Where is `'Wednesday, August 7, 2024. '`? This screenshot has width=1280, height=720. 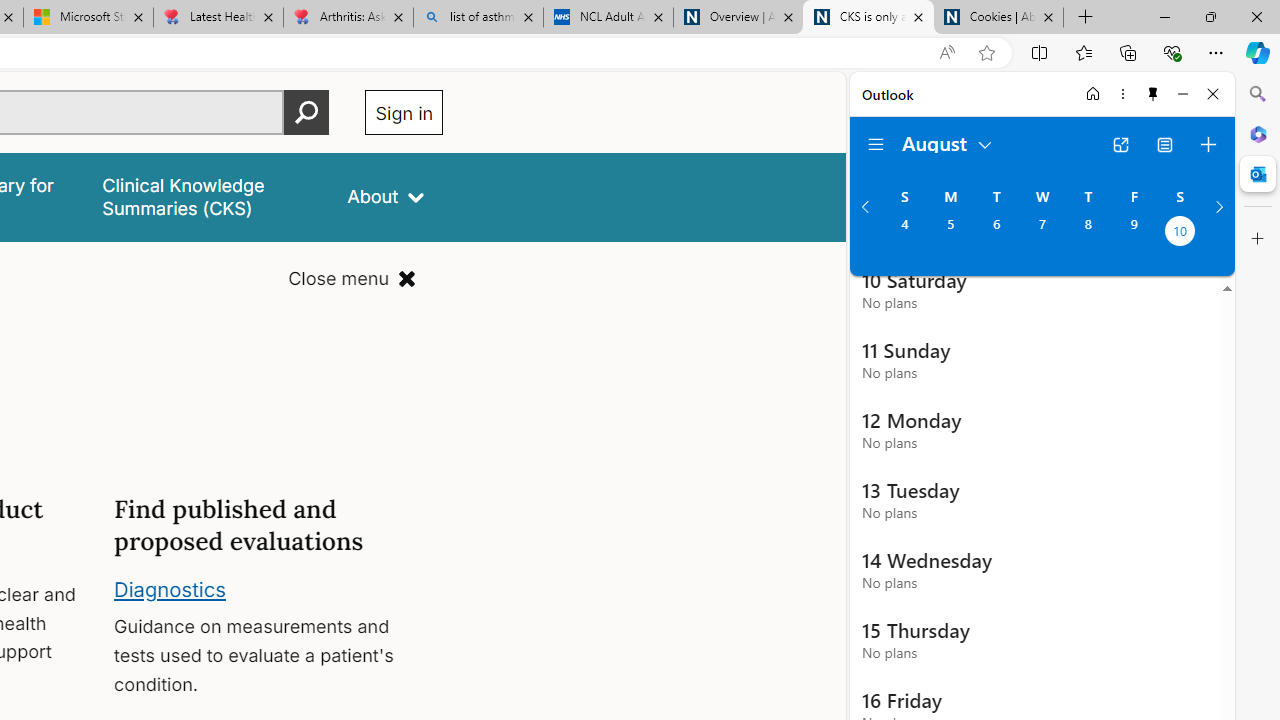 'Wednesday, August 7, 2024. ' is located at coordinates (1041, 232).